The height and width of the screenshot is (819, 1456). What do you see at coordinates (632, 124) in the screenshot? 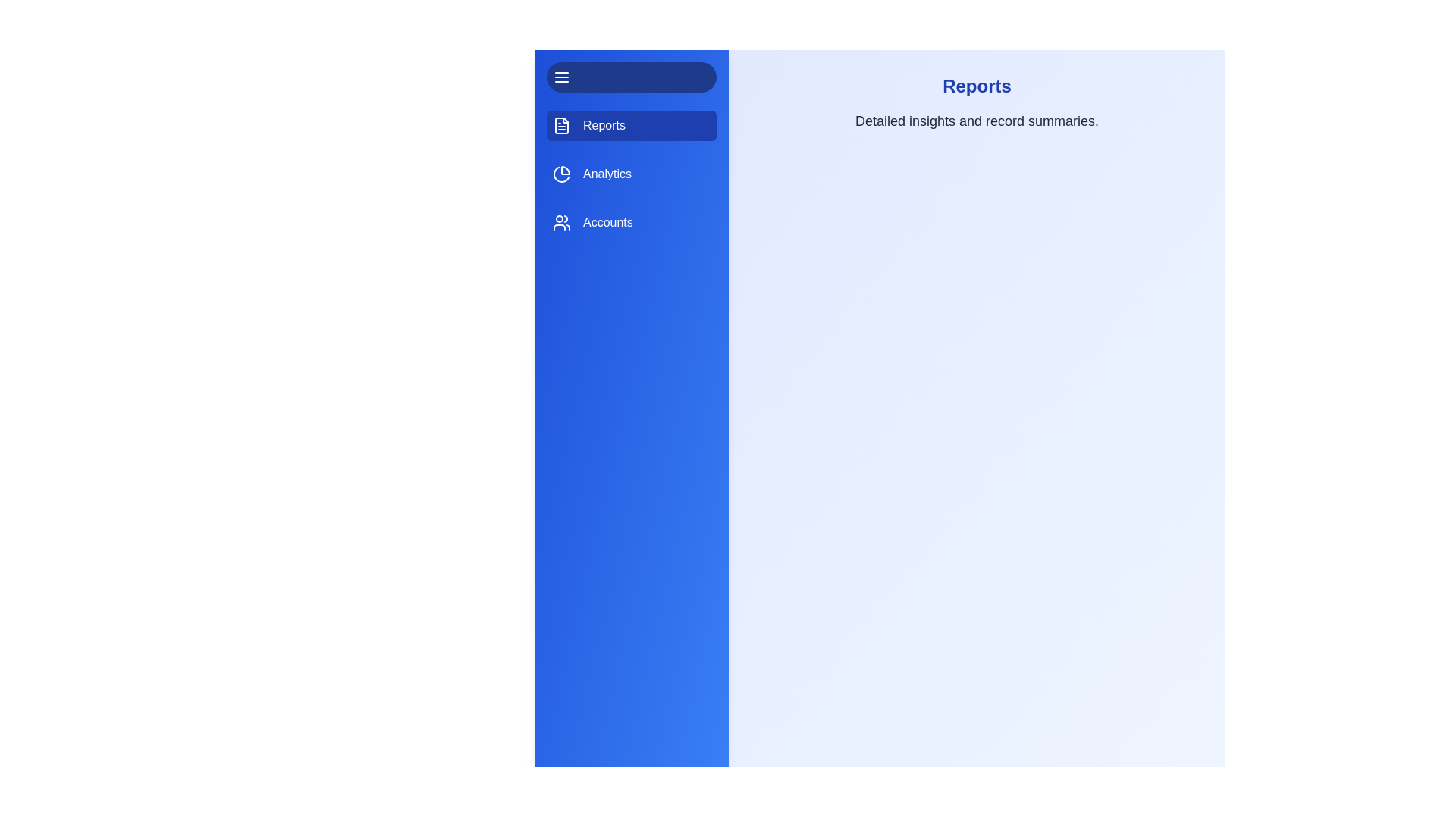
I see `the tab labeled Reports to observe visual feedback` at bounding box center [632, 124].